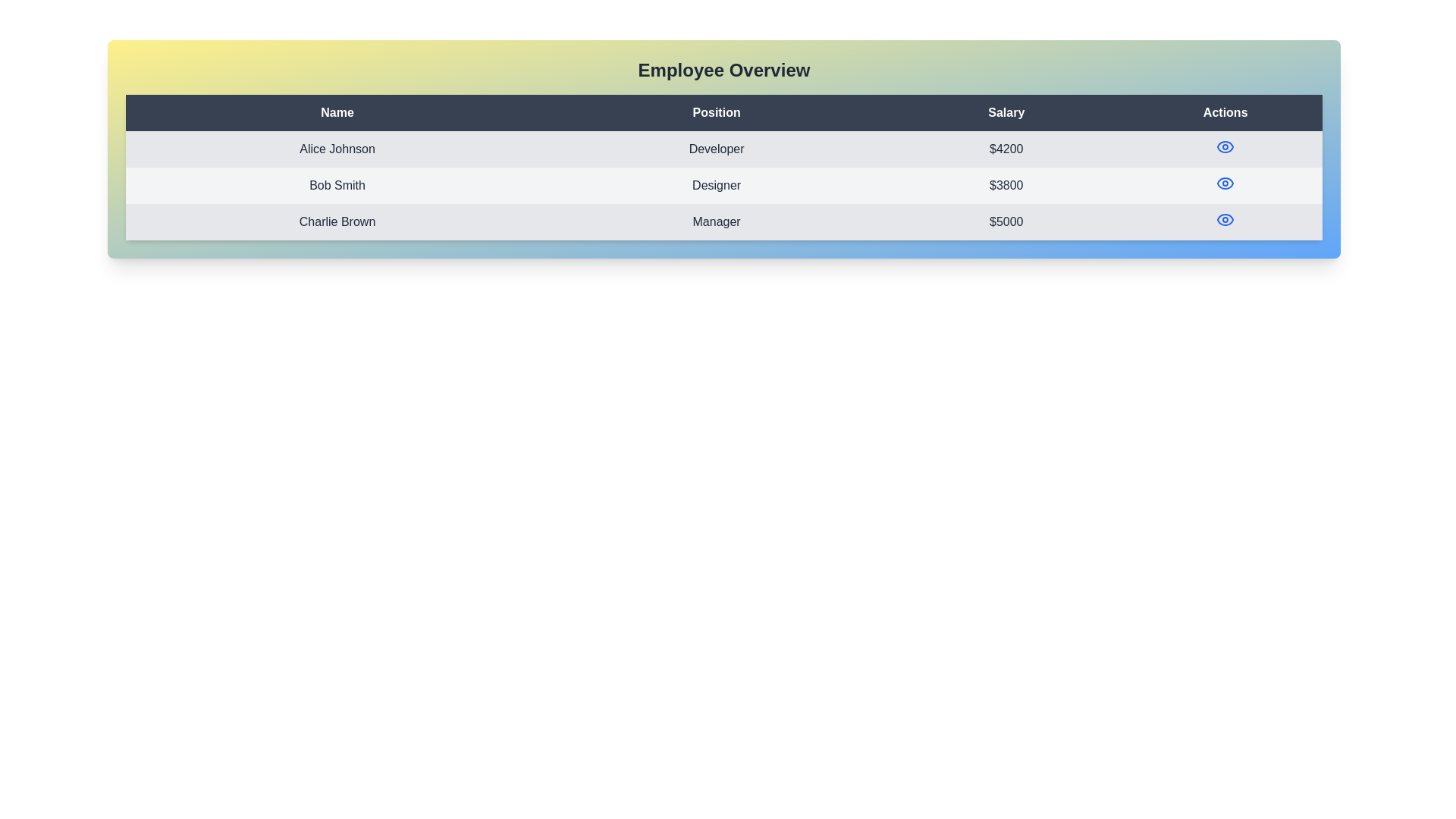  What do you see at coordinates (1225, 219) in the screenshot?
I see `the eye-shaped icon button with a circular pupil-like center in the Actions column of Charlie Brown's row` at bounding box center [1225, 219].